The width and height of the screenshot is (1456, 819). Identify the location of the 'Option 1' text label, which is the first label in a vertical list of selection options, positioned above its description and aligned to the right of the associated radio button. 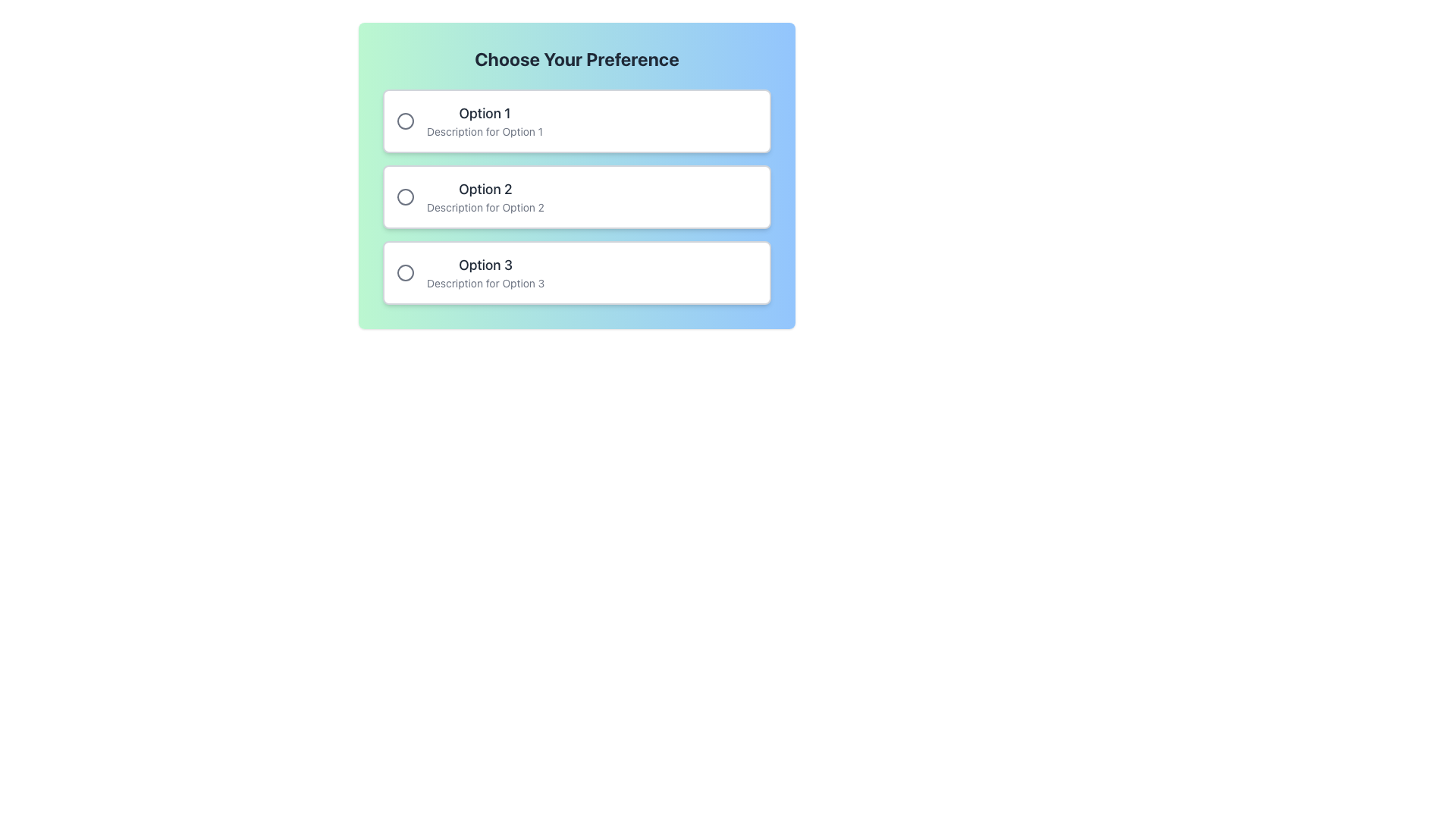
(484, 113).